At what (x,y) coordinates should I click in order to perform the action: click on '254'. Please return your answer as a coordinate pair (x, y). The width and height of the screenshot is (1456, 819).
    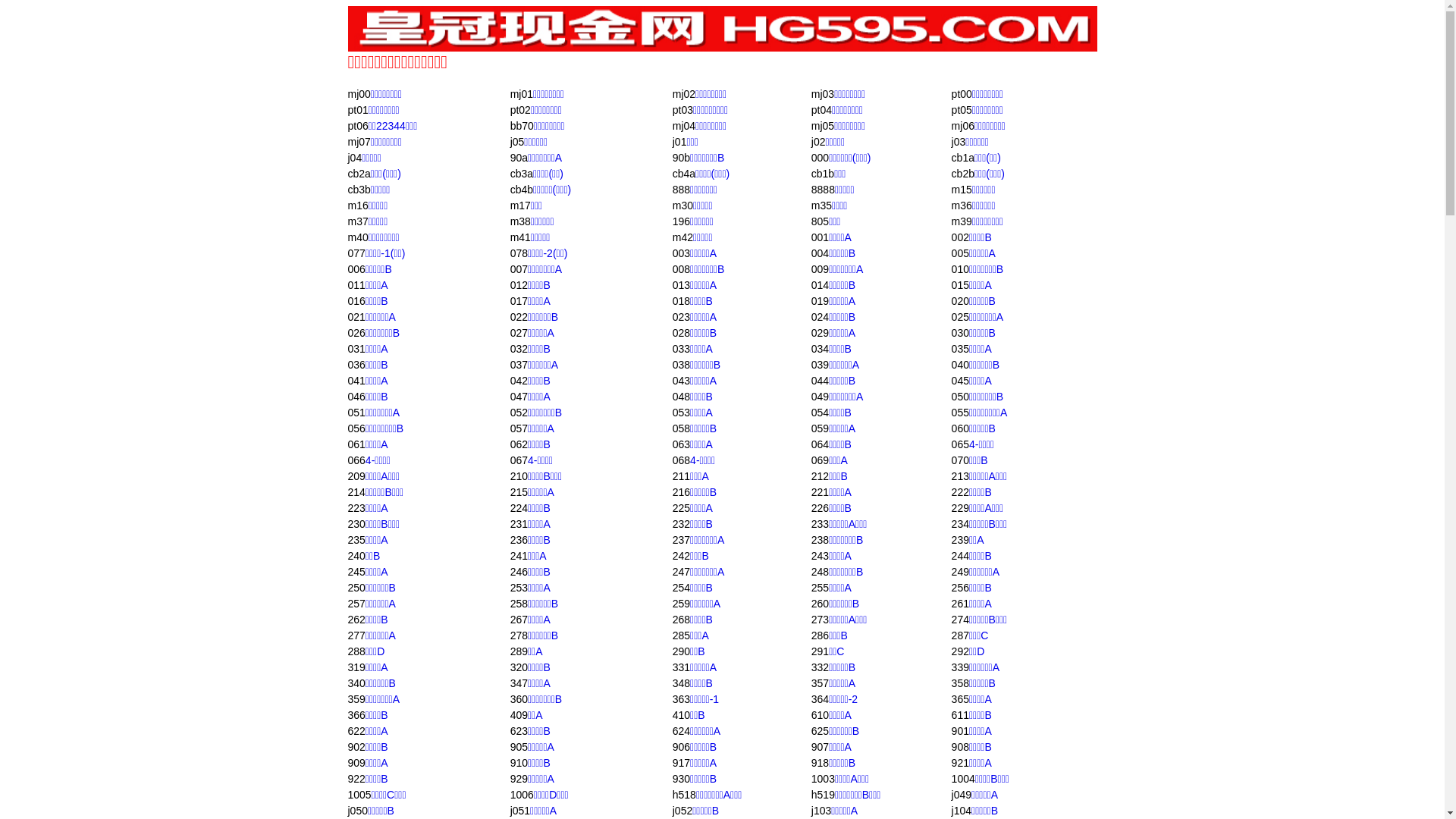
    Looking at the image, I should click on (680, 587).